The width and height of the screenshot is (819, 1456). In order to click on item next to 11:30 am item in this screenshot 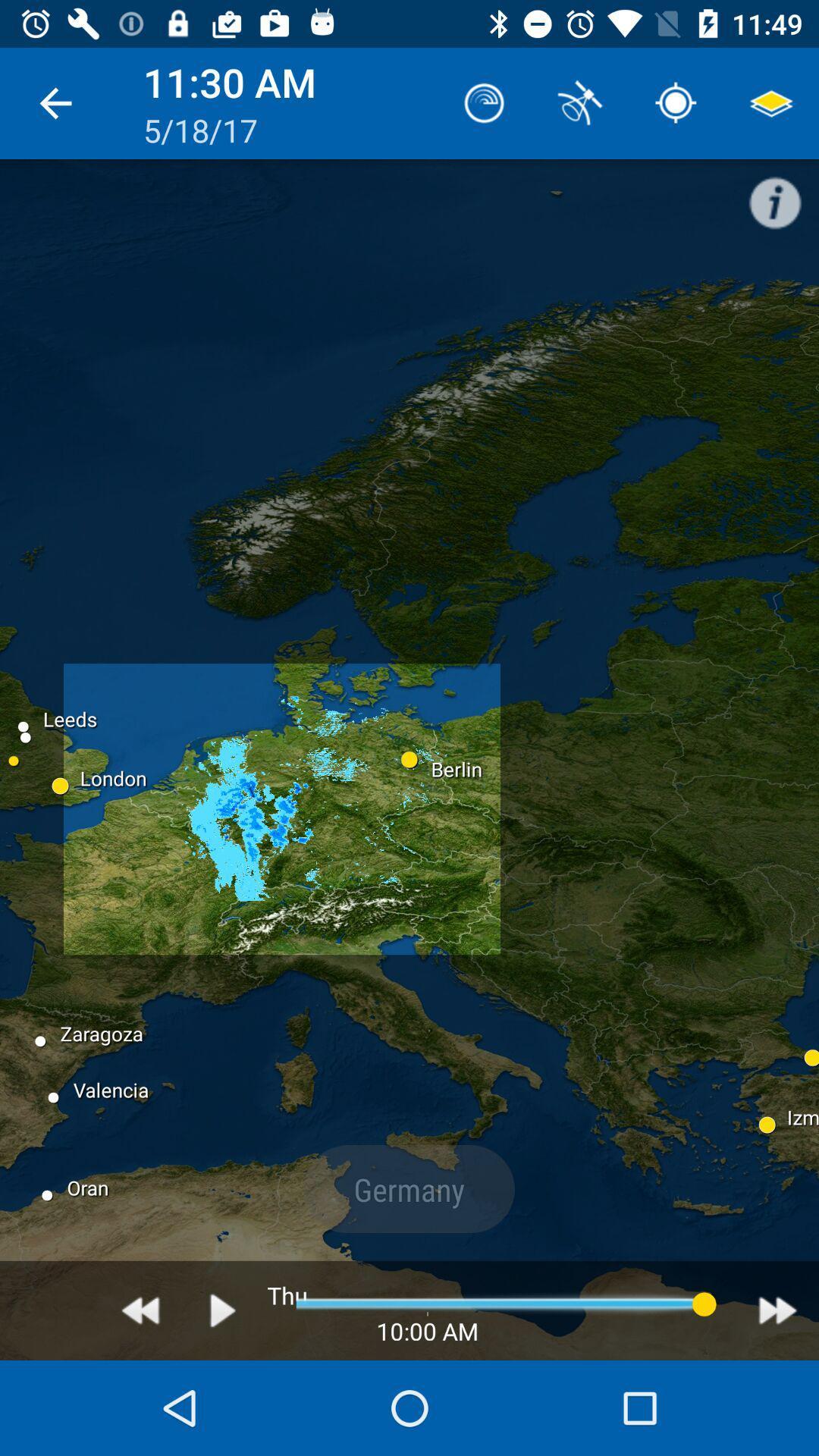, I will do `click(55, 102)`.